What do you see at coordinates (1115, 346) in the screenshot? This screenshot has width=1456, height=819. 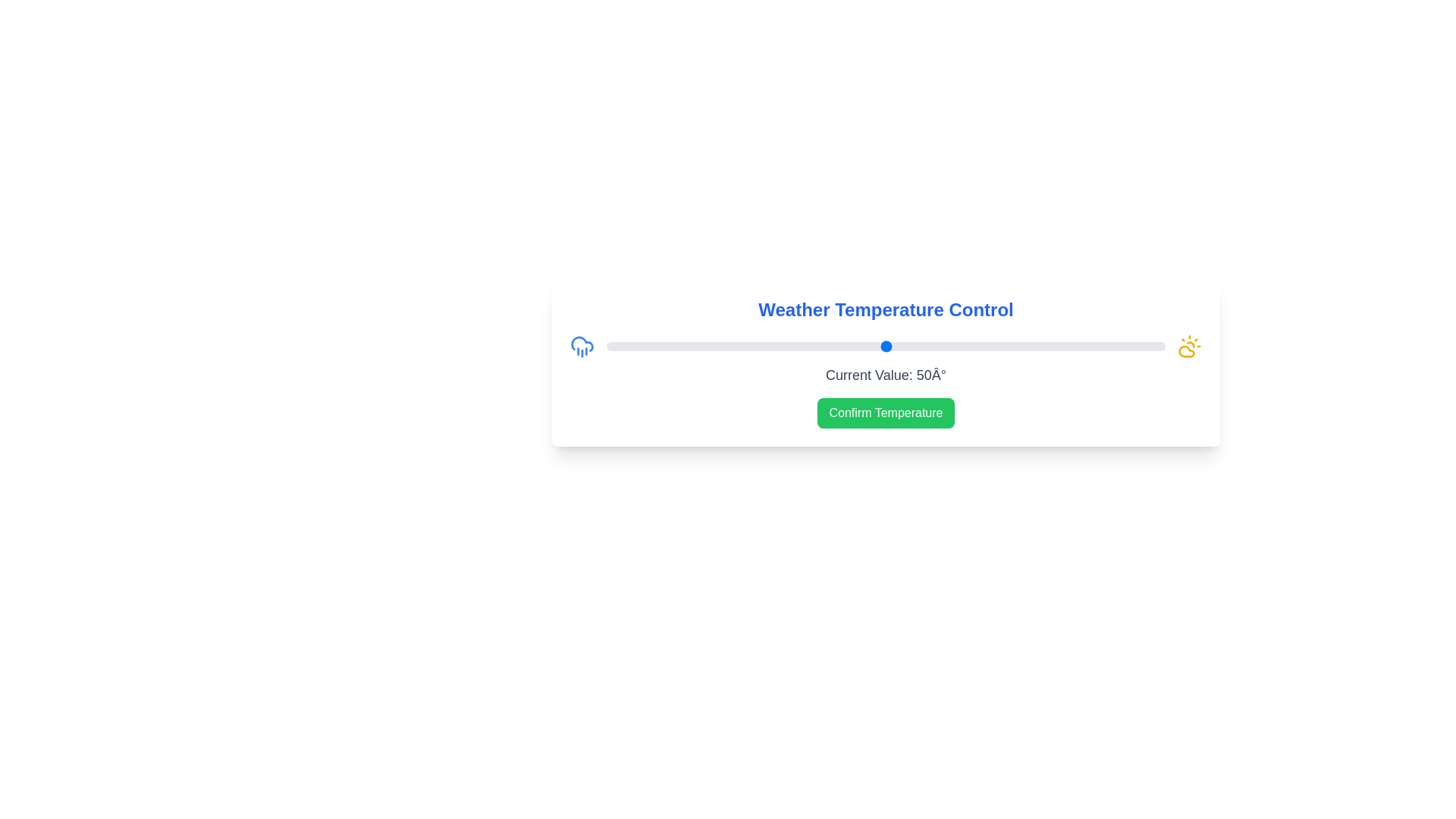 I see `the slider to set the temperature to 91°` at bounding box center [1115, 346].